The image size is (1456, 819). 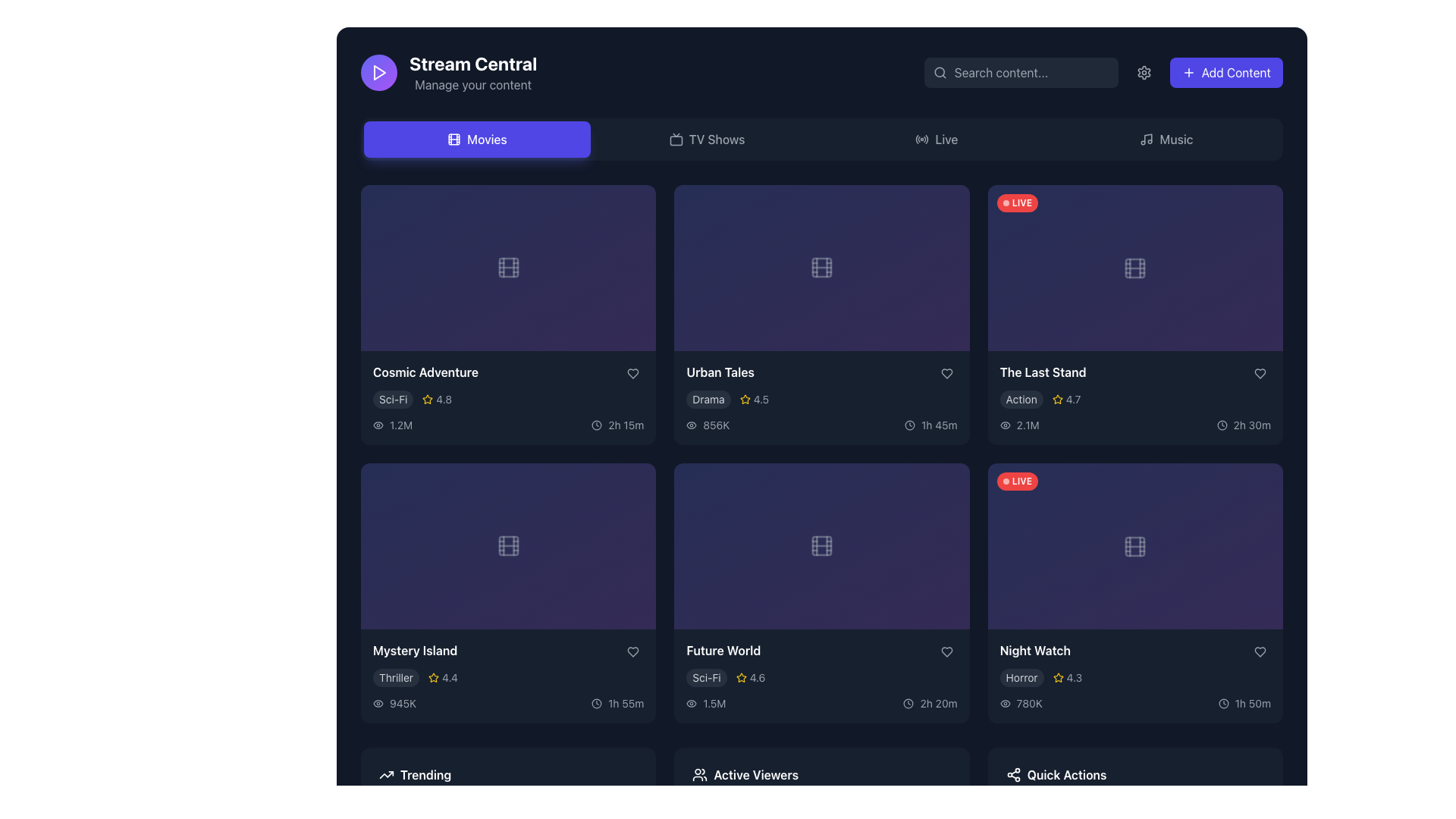 I want to click on the 'Stream Central' text label, which is a bold, large-sized white text on a dark background, positioned near the upper left area of the interface, so click(x=472, y=63).